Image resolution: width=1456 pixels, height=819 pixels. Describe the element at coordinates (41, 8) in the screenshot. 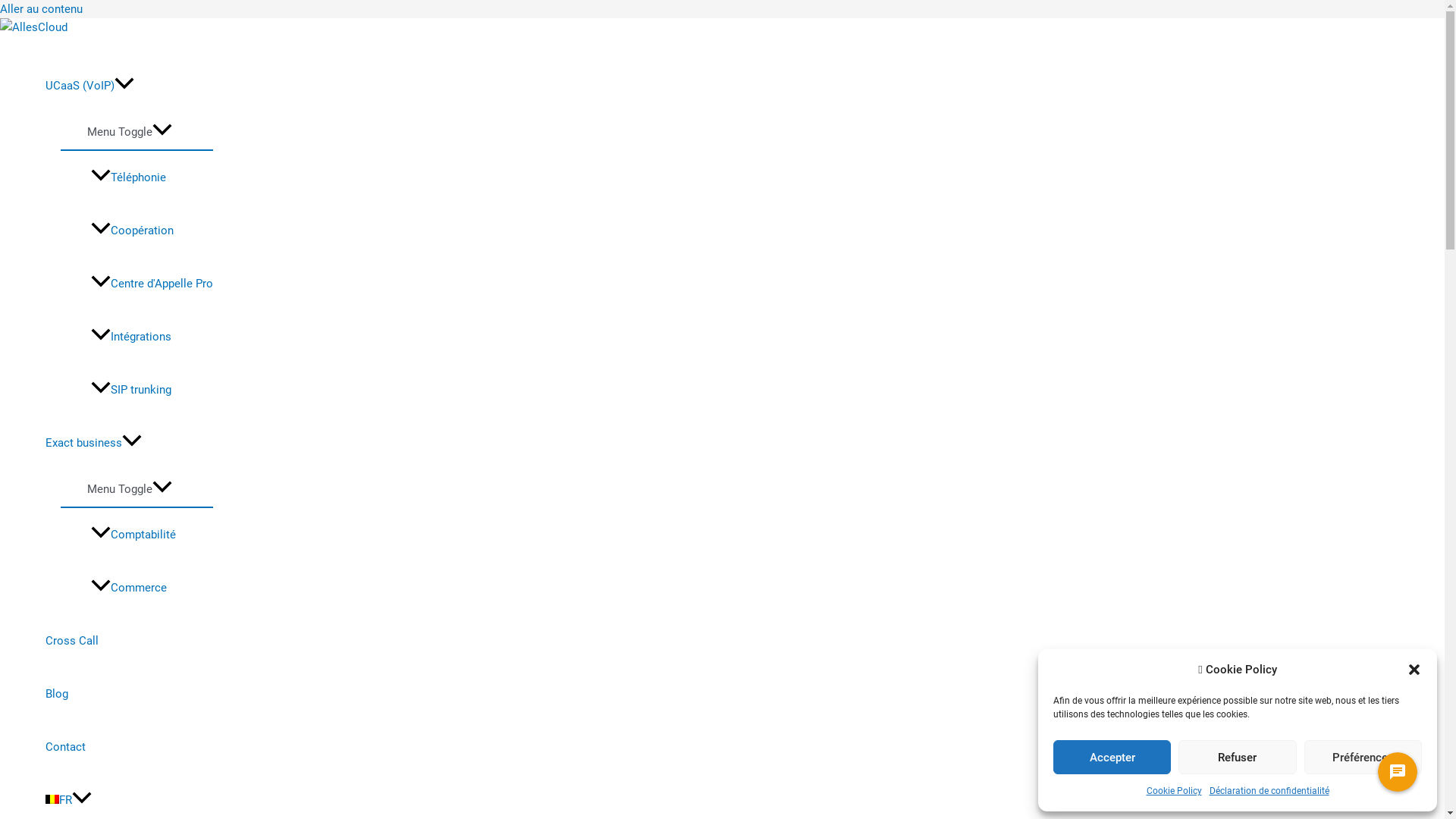

I see `'Aller au contenu'` at that location.